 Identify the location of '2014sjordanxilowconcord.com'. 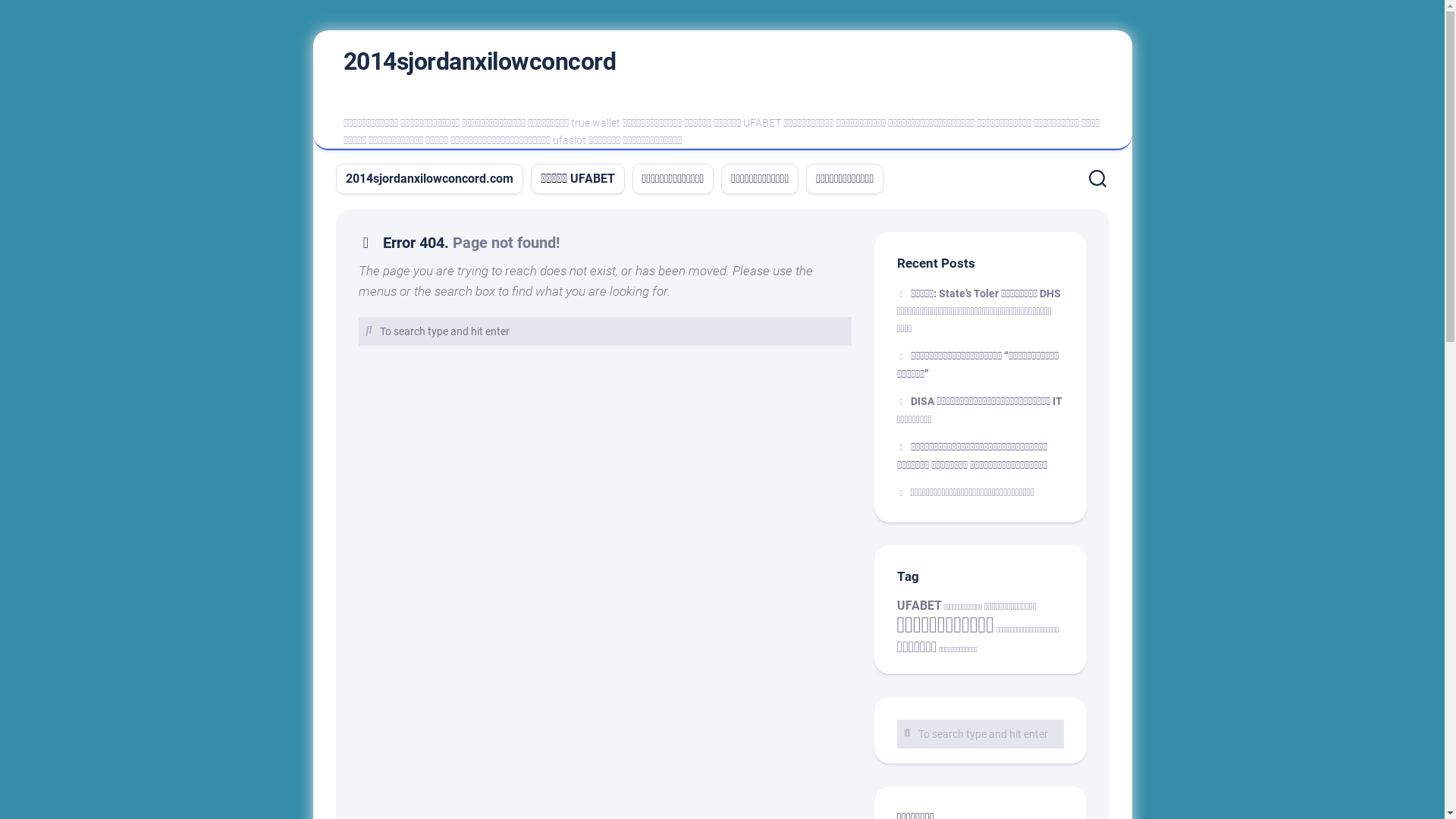
(345, 177).